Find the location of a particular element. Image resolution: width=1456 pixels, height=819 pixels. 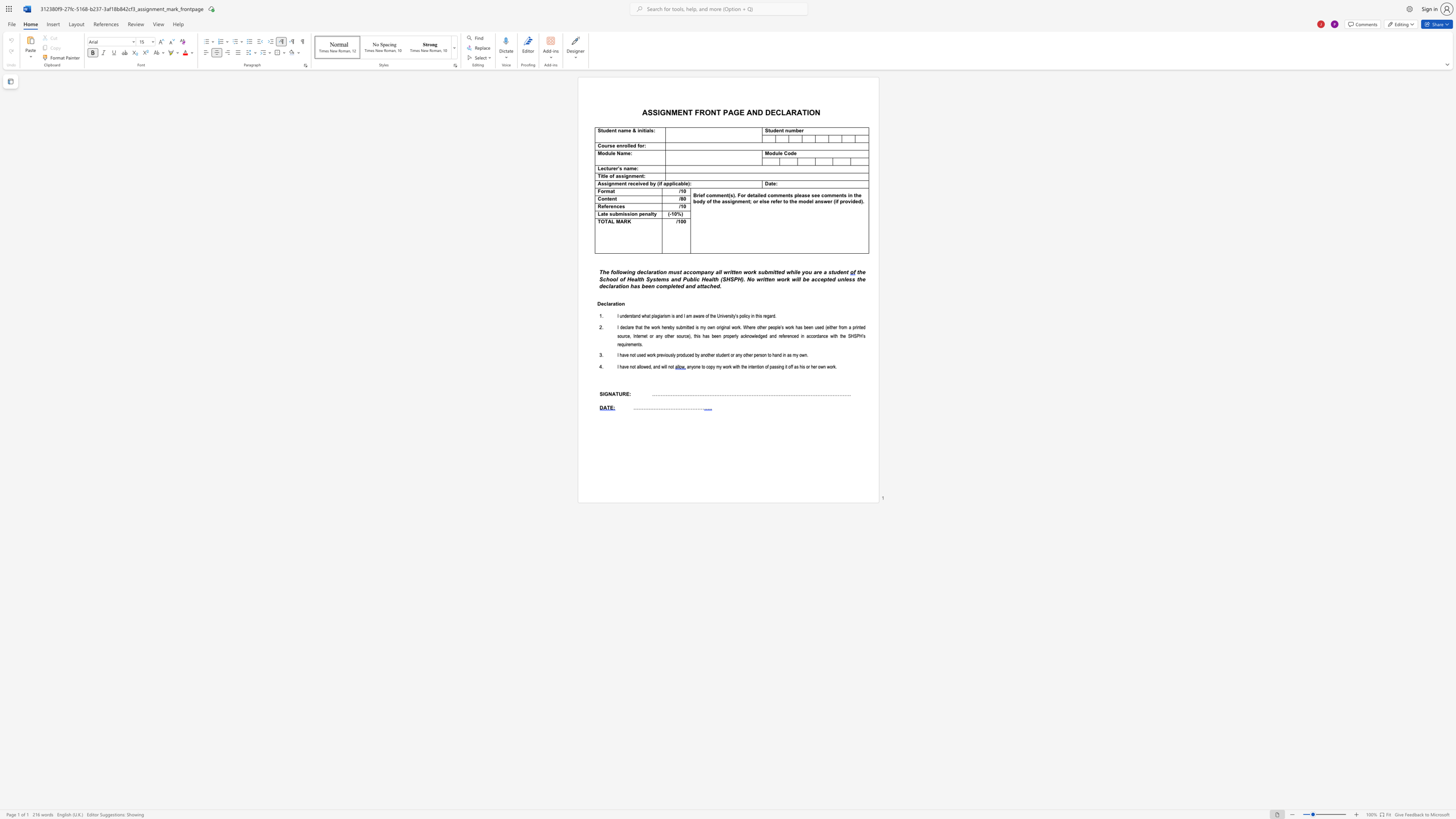

the subset text "erence" within the text "References" is located at coordinates (605, 206).